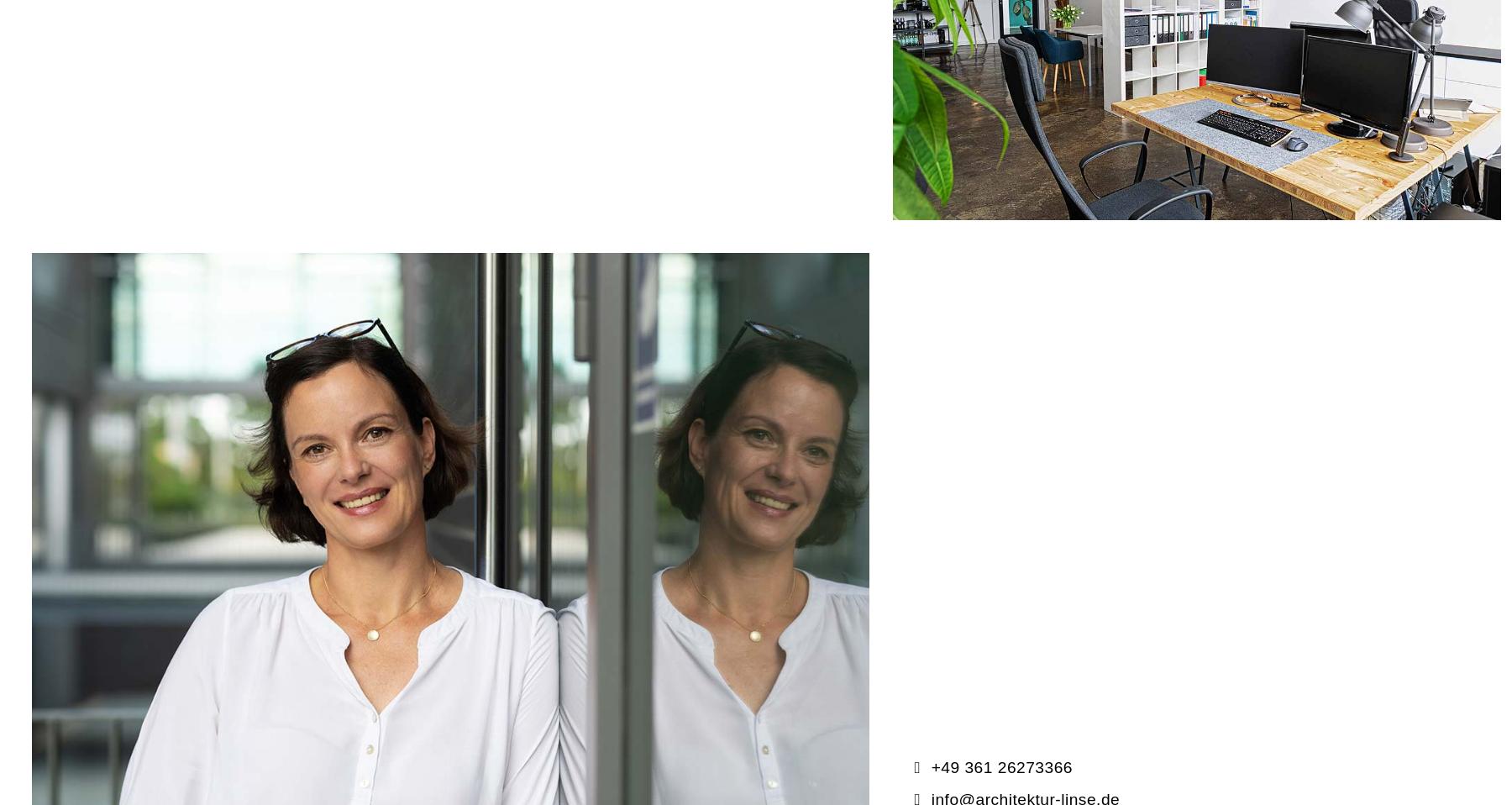 The image size is (1512, 805). Describe the element at coordinates (314, 593) in the screenshot. I see `'gelesen und akzeptiere diese.'` at that location.